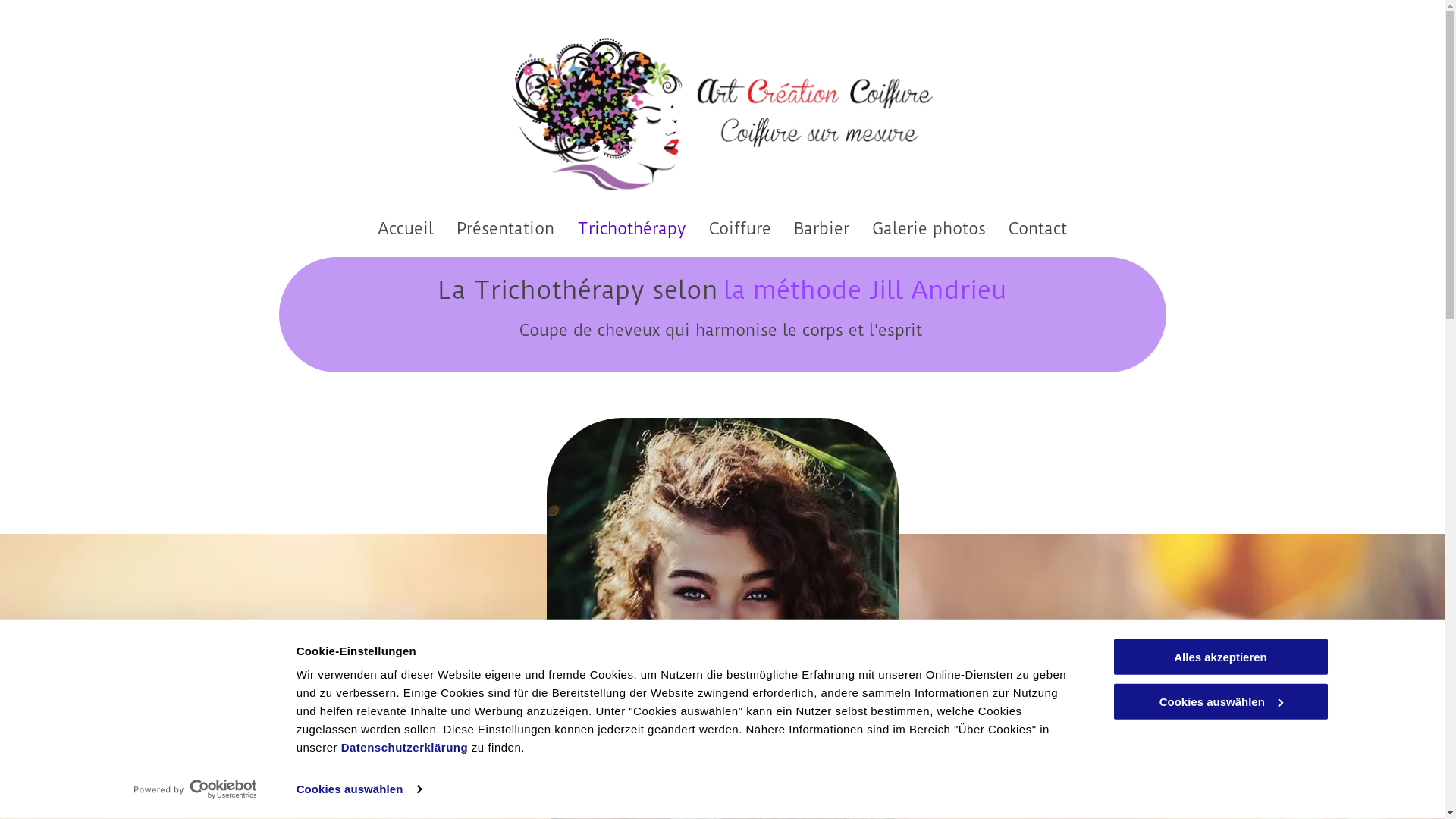 The image size is (1456, 819). What do you see at coordinates (1219, 656) in the screenshot?
I see `'Alles akzeptieren'` at bounding box center [1219, 656].